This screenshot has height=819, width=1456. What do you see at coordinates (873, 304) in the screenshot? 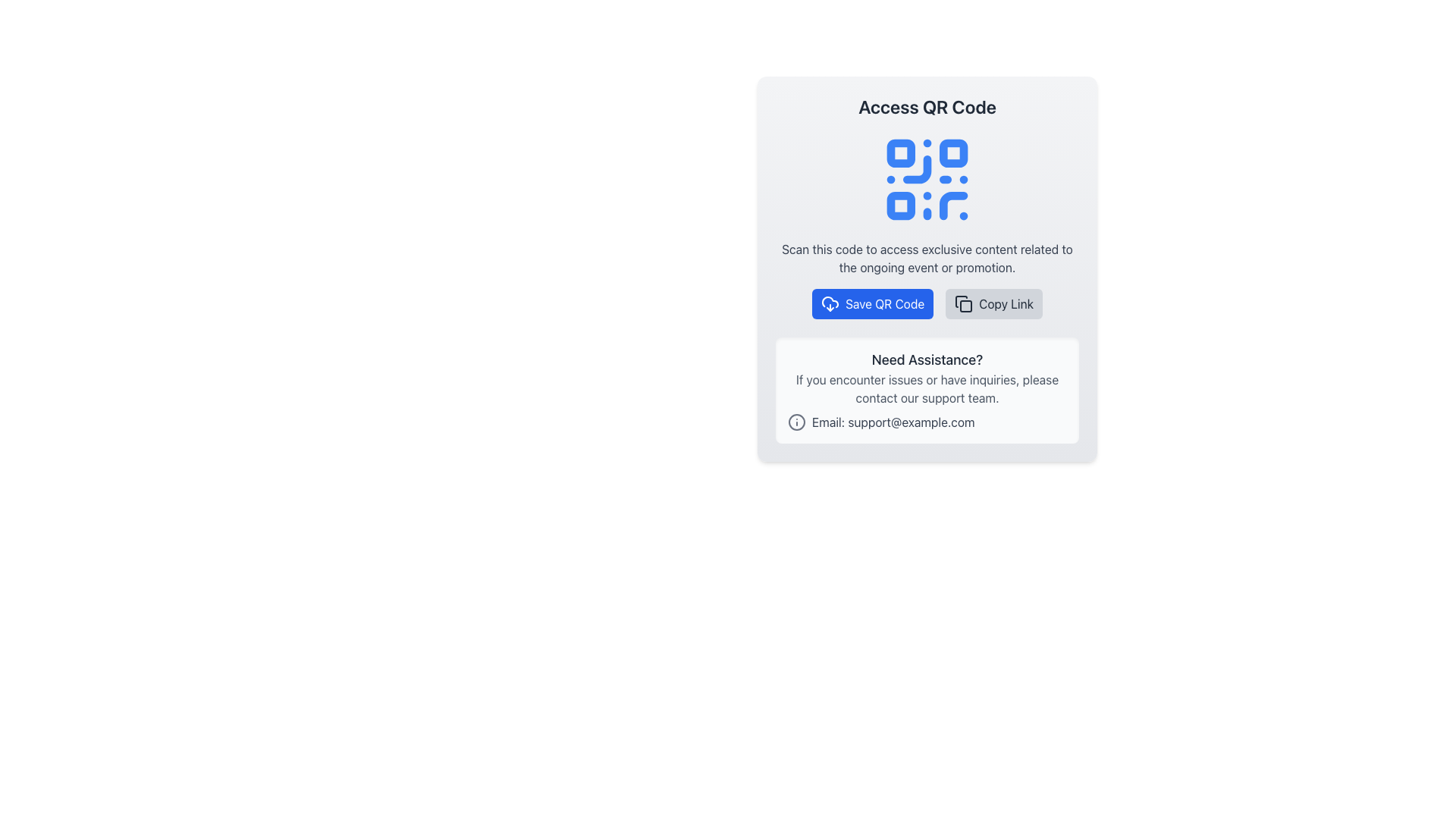
I see `the blue 'Save QR Code' button with rounded rectangular shape to observe the hover effect` at bounding box center [873, 304].